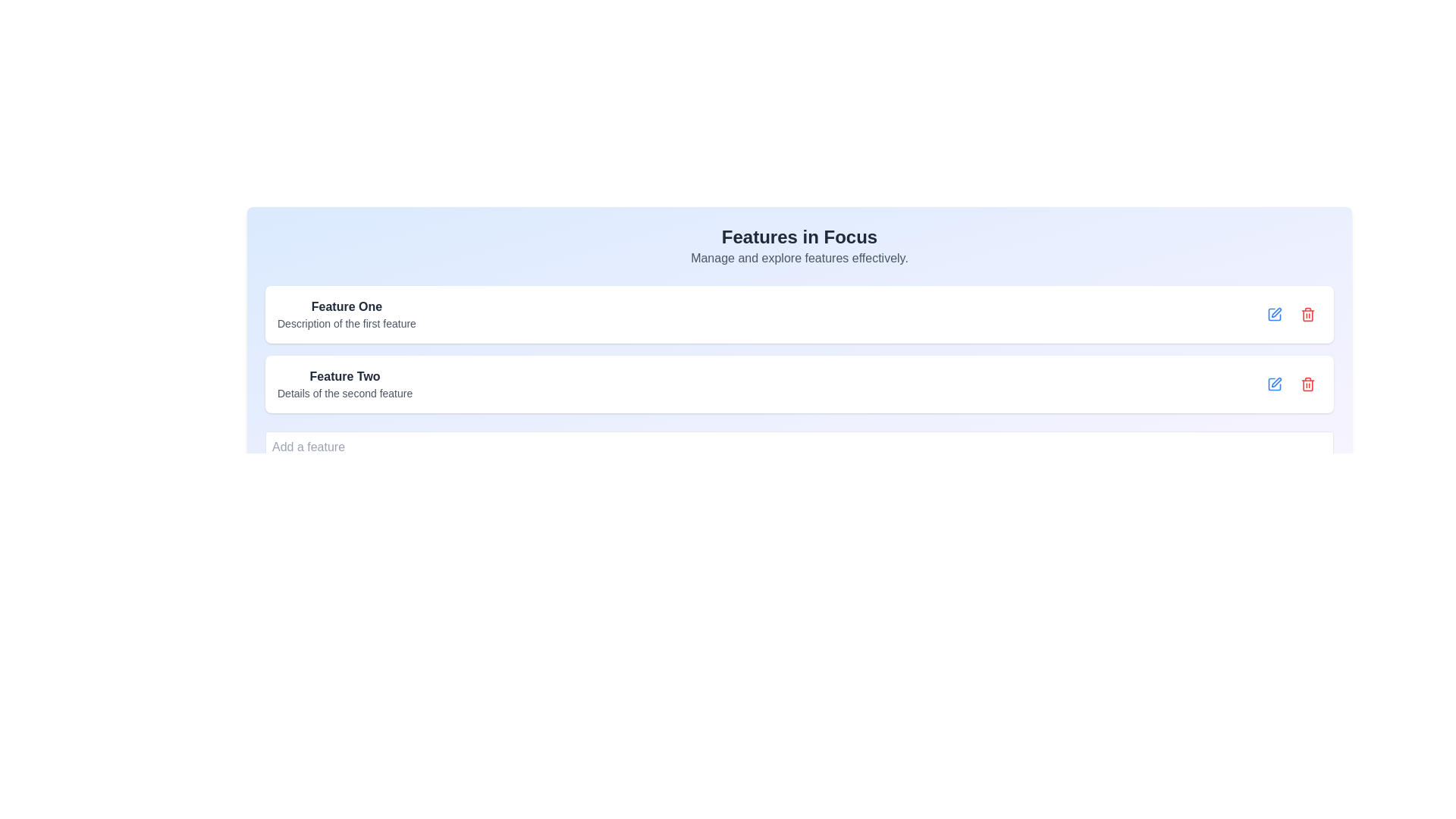 The width and height of the screenshot is (1456, 819). What do you see at coordinates (799, 257) in the screenshot?
I see `the descriptive subtitle text located below the heading 'Features in Focus' at the center of the application interface` at bounding box center [799, 257].